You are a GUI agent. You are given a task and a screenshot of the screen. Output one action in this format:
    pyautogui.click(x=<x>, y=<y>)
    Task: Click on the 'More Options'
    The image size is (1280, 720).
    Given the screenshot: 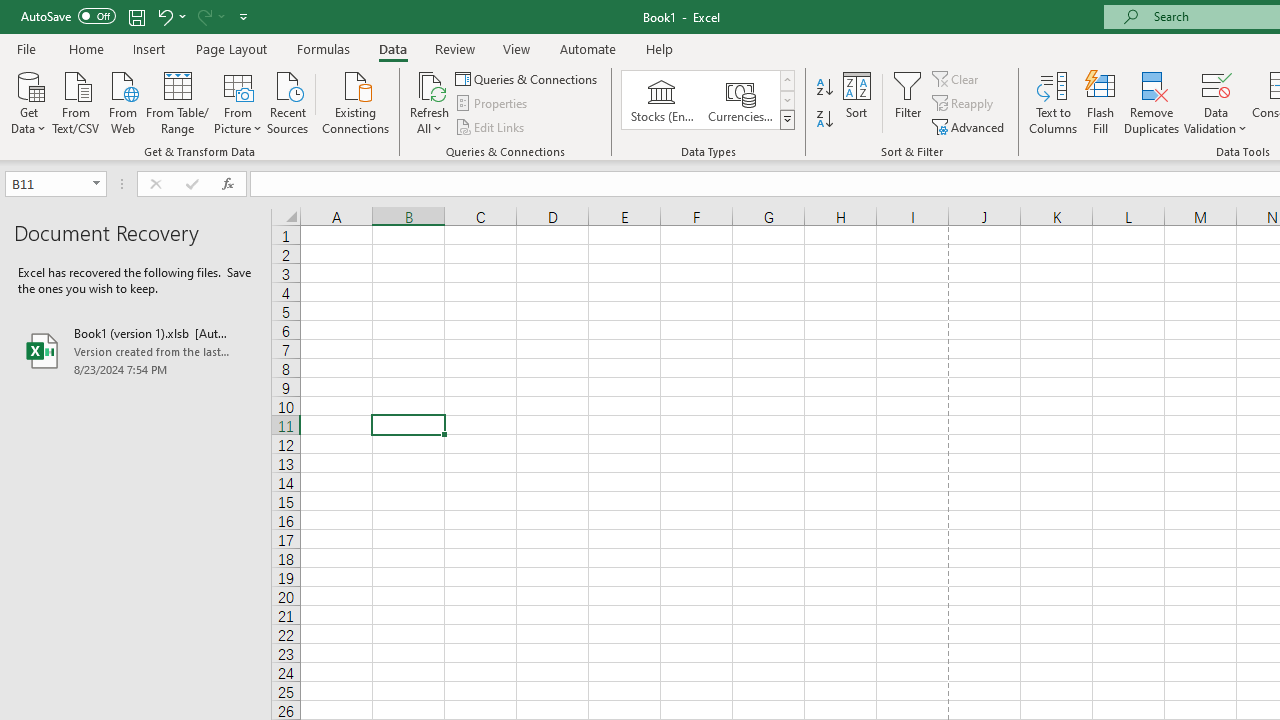 What is the action you would take?
    pyautogui.click(x=1215, y=121)
    